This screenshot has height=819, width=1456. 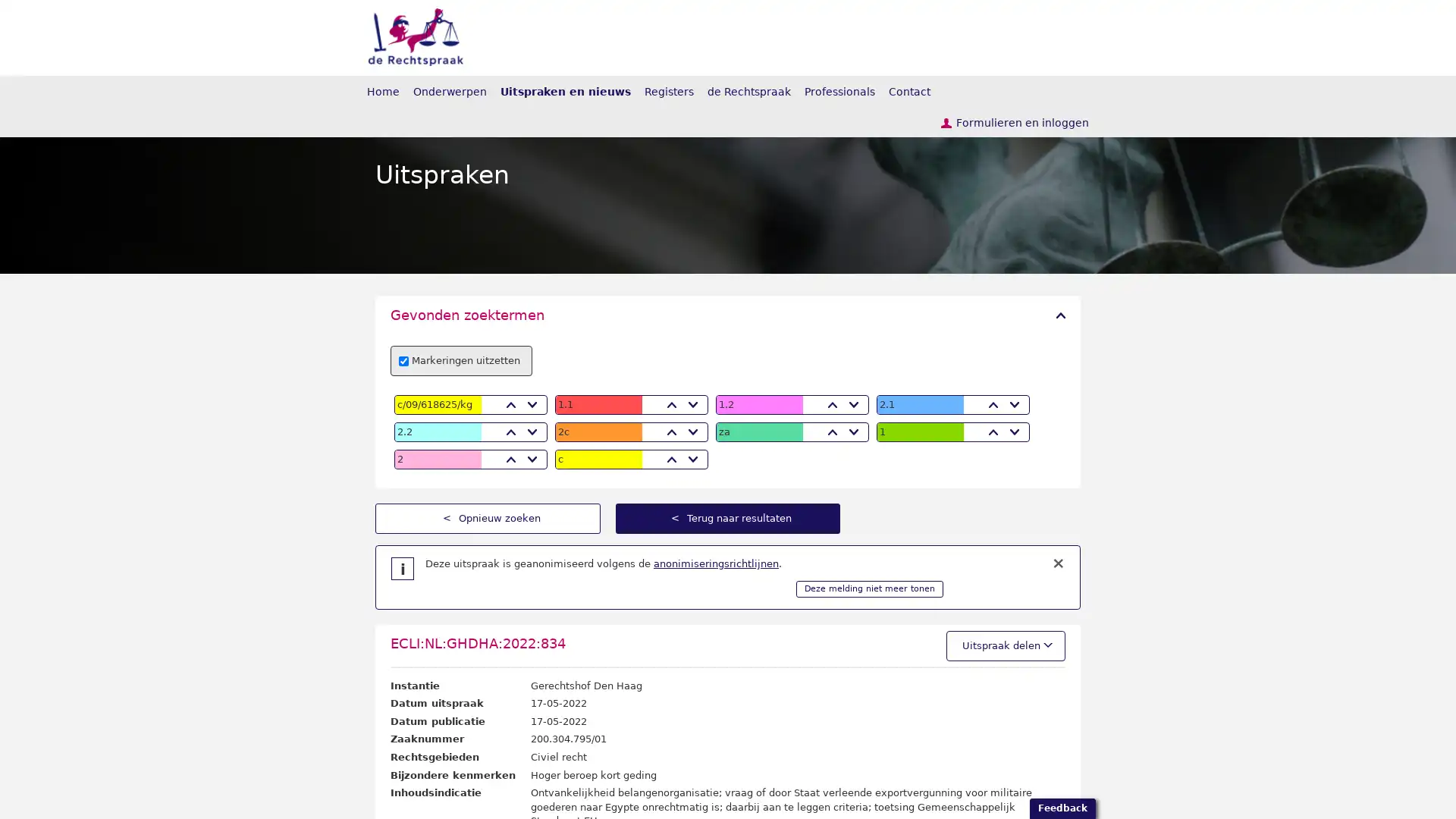 What do you see at coordinates (671, 403) in the screenshot?
I see `Vorige zoek term` at bounding box center [671, 403].